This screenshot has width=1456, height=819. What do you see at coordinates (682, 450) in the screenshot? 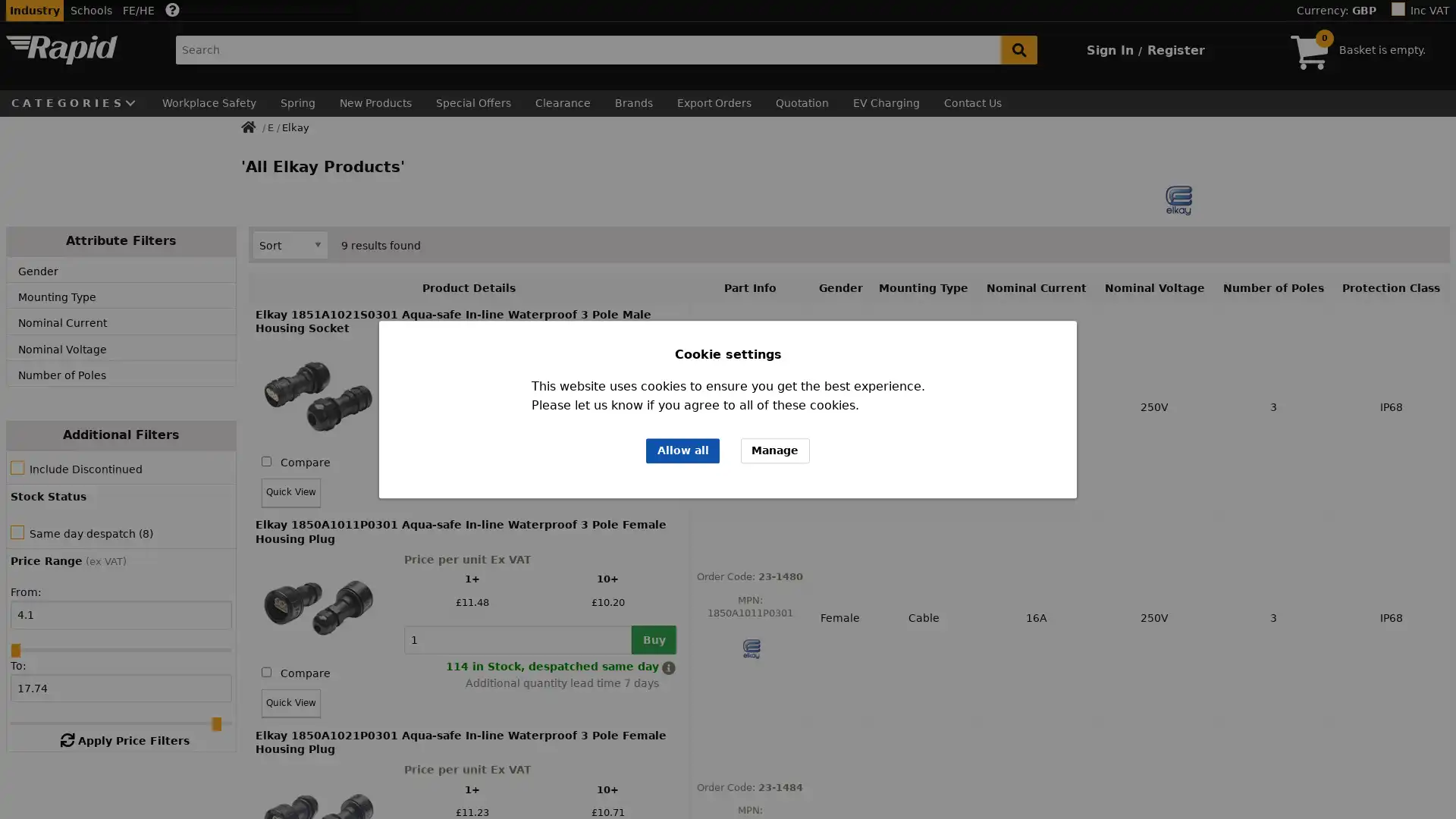
I see `Allow all` at bounding box center [682, 450].